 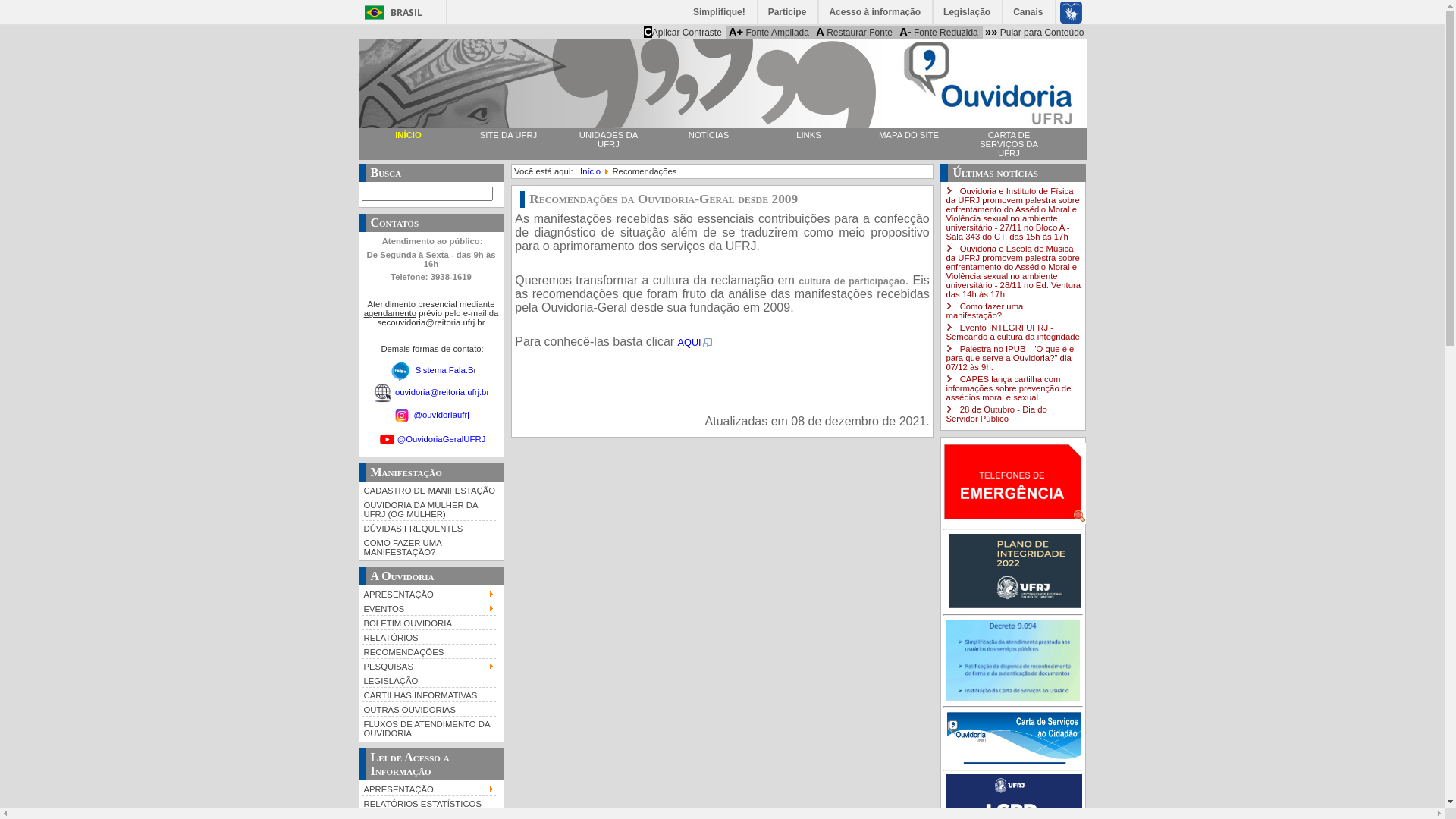 I want to click on 'BRASIL', so click(x=390, y=12).